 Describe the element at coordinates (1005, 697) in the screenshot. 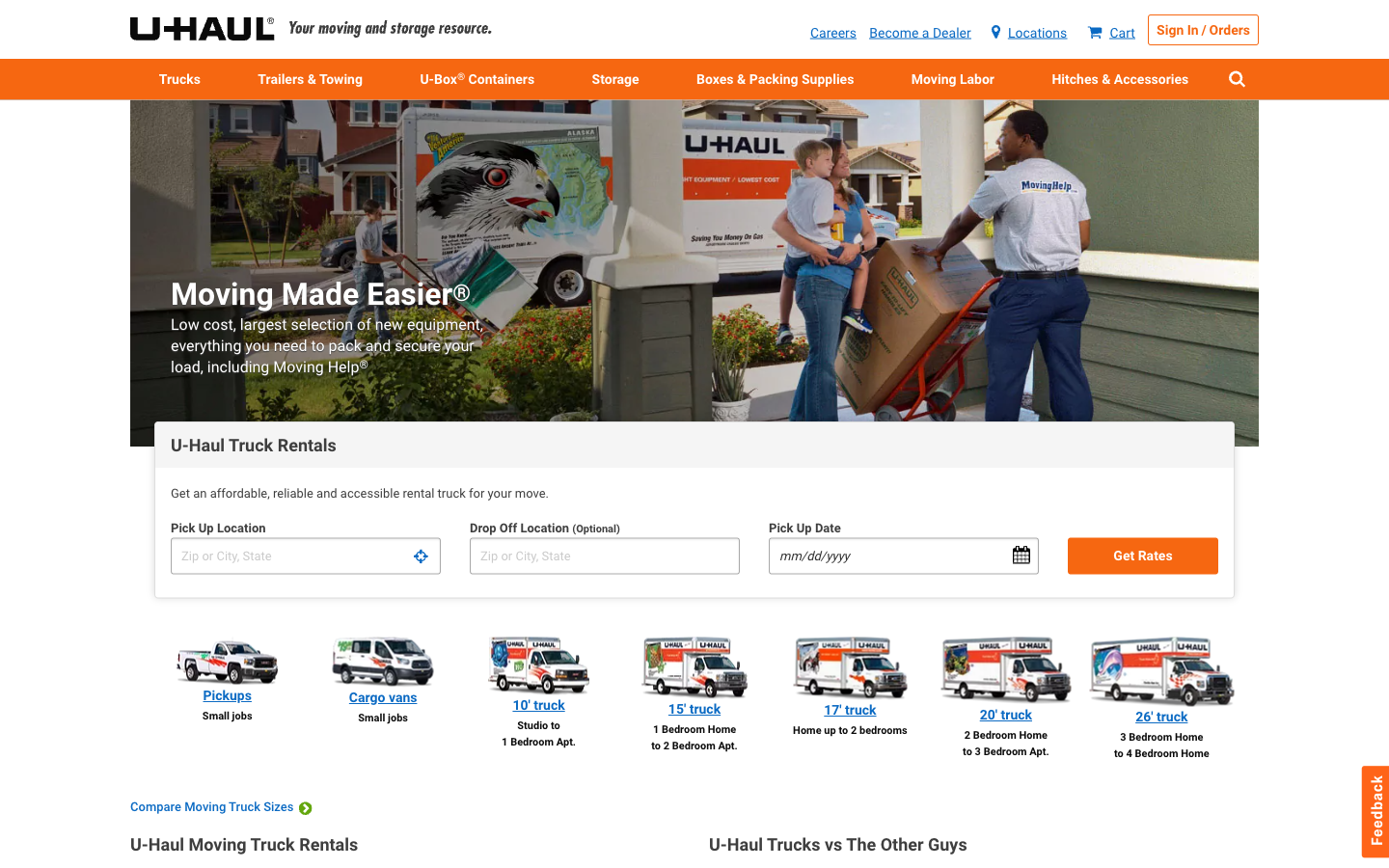

I see `Hire a 20ft truck for relocating a 3-bedroom apartment` at that location.